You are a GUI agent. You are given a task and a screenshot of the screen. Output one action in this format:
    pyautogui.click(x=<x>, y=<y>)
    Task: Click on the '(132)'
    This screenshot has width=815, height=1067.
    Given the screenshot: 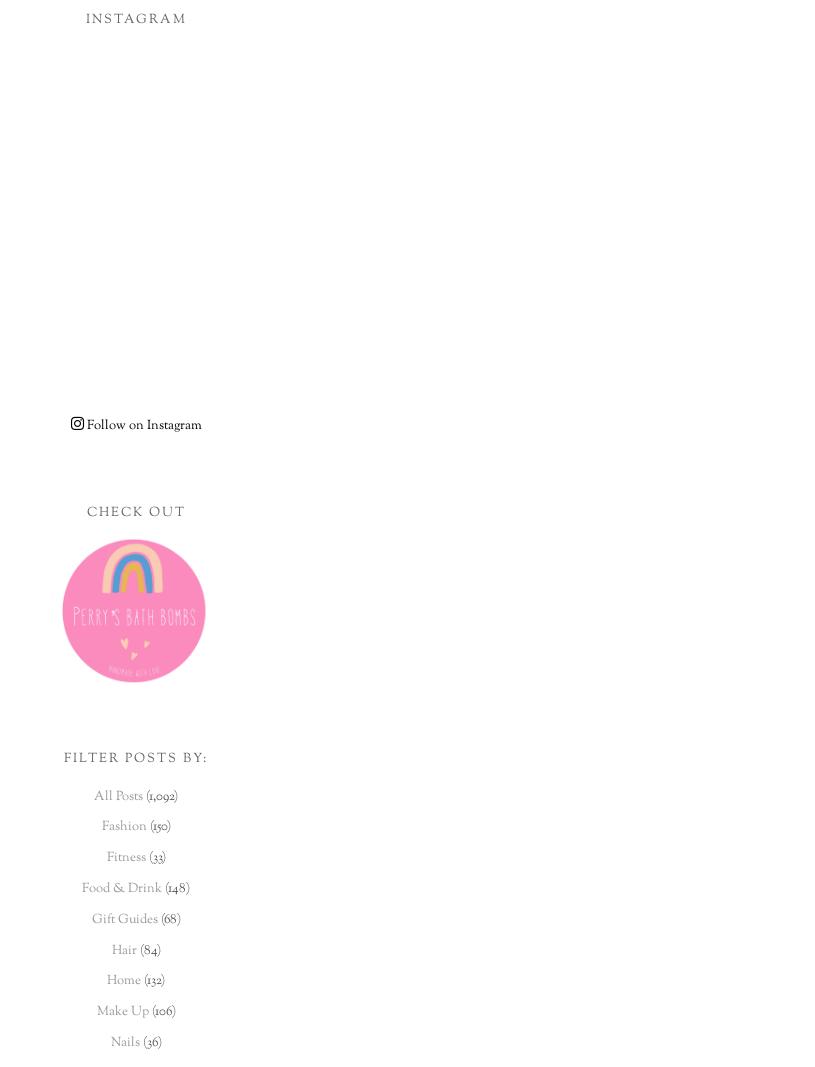 What is the action you would take?
    pyautogui.click(x=140, y=980)
    